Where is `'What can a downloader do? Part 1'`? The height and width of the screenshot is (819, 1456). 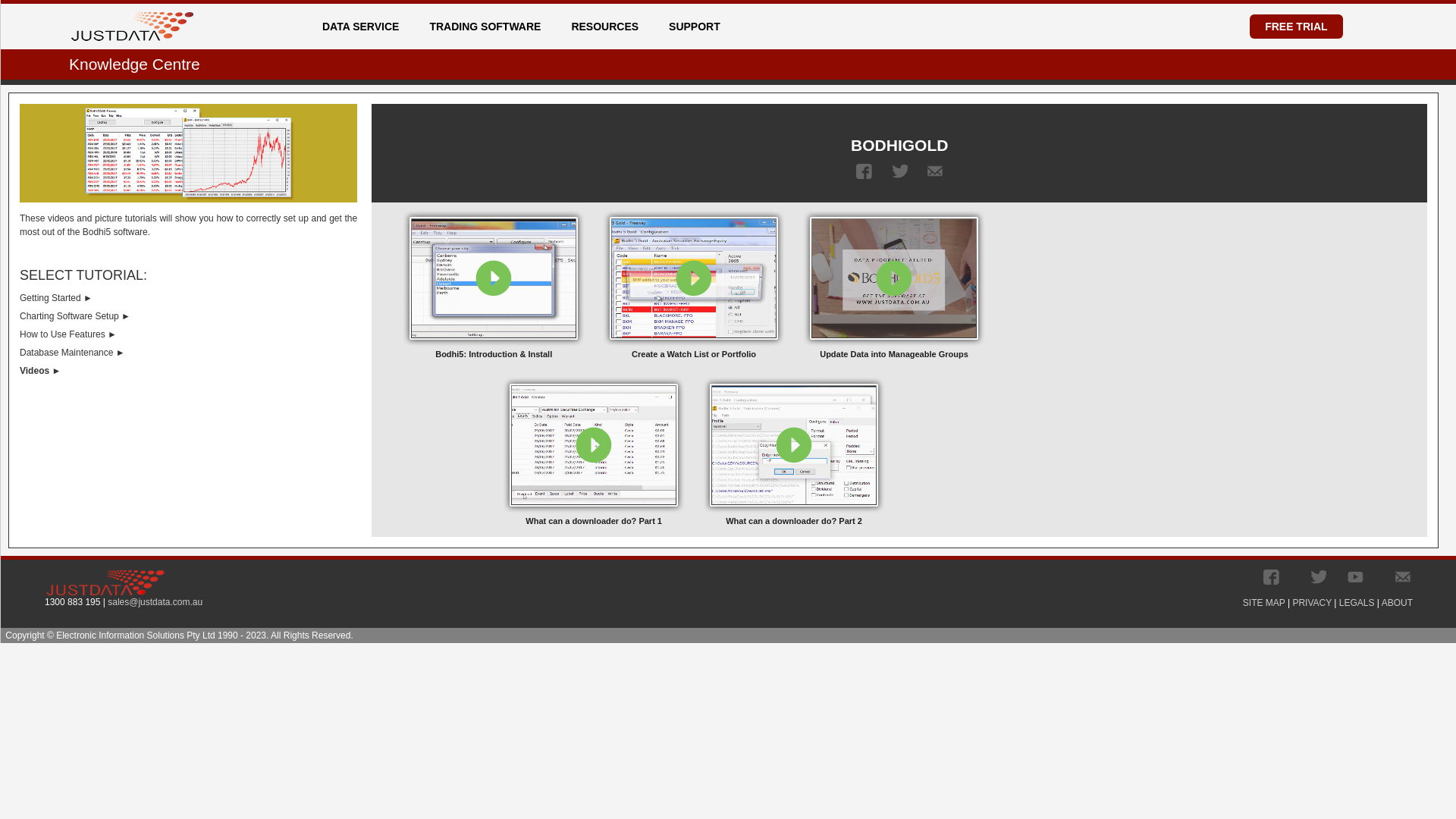
'What can a downloader do? Part 1' is located at coordinates (592, 452).